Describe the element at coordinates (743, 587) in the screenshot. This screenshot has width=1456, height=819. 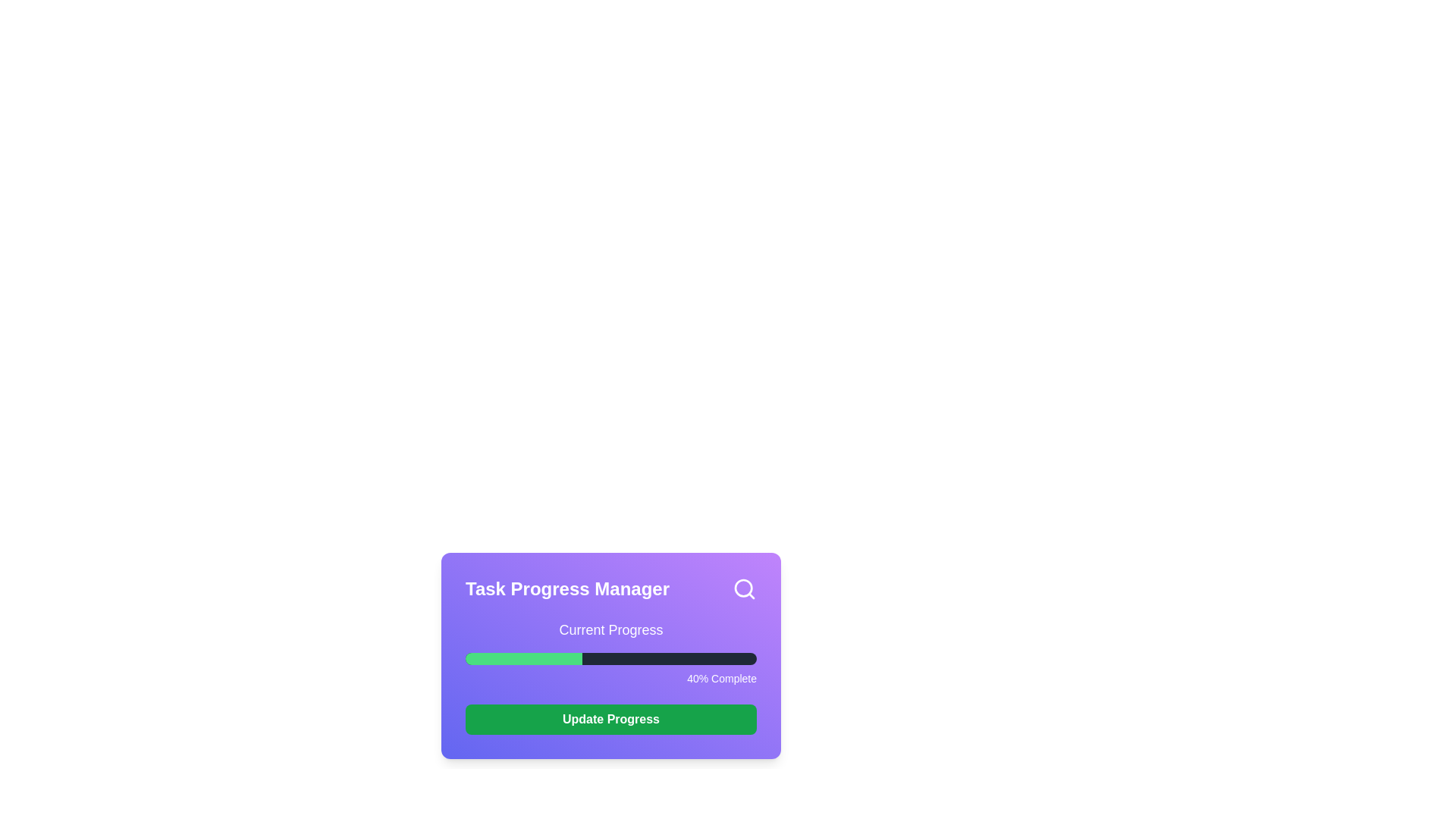
I see `the circular graphic element representing the lens of the magnifying glass icon located at the top-right corner of the 'Task Progress Manager' card for accessibility purposes` at that location.